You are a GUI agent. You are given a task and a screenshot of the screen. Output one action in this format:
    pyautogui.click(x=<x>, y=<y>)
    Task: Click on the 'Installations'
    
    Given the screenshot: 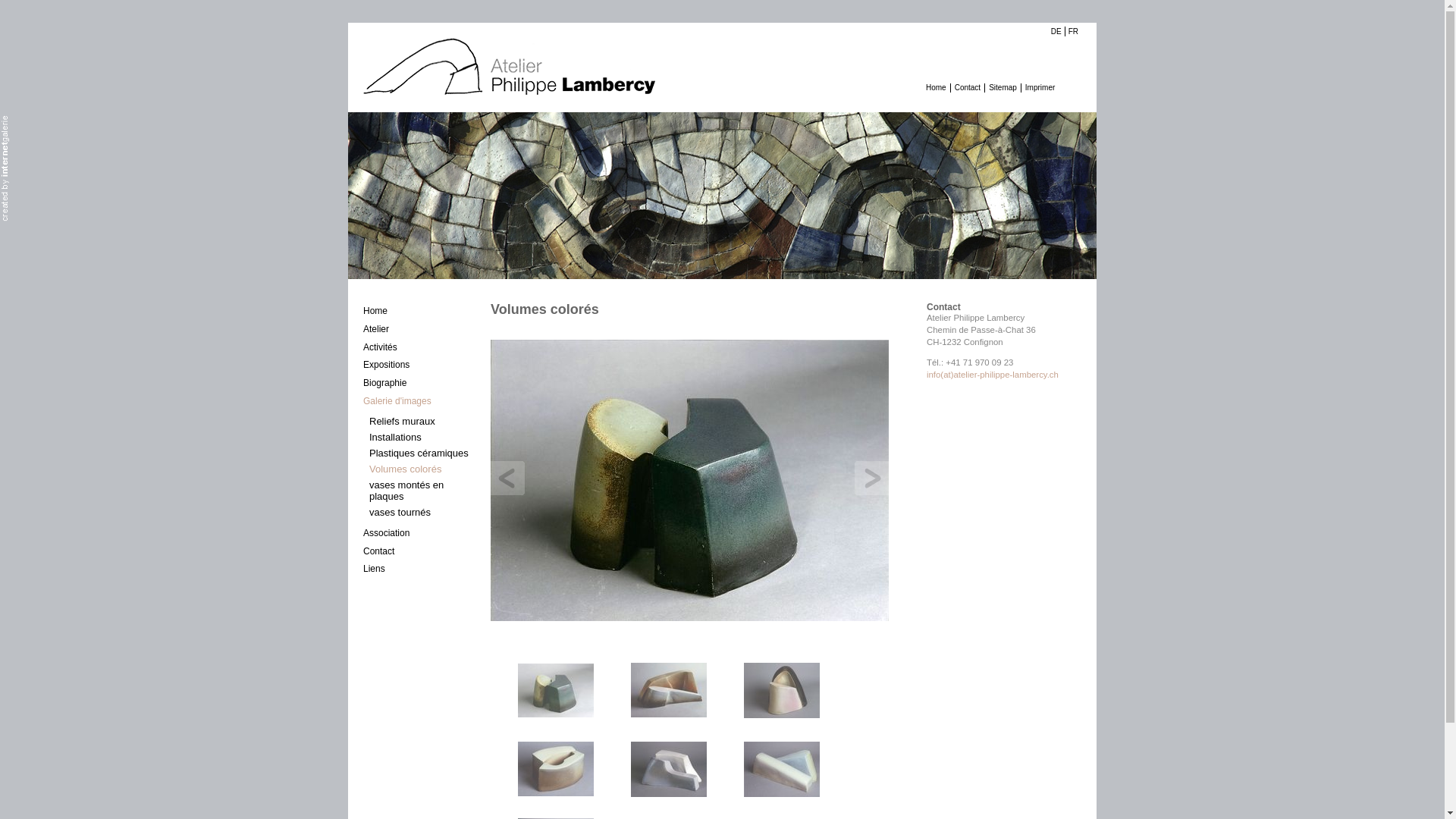 What is the action you would take?
    pyautogui.click(x=419, y=437)
    